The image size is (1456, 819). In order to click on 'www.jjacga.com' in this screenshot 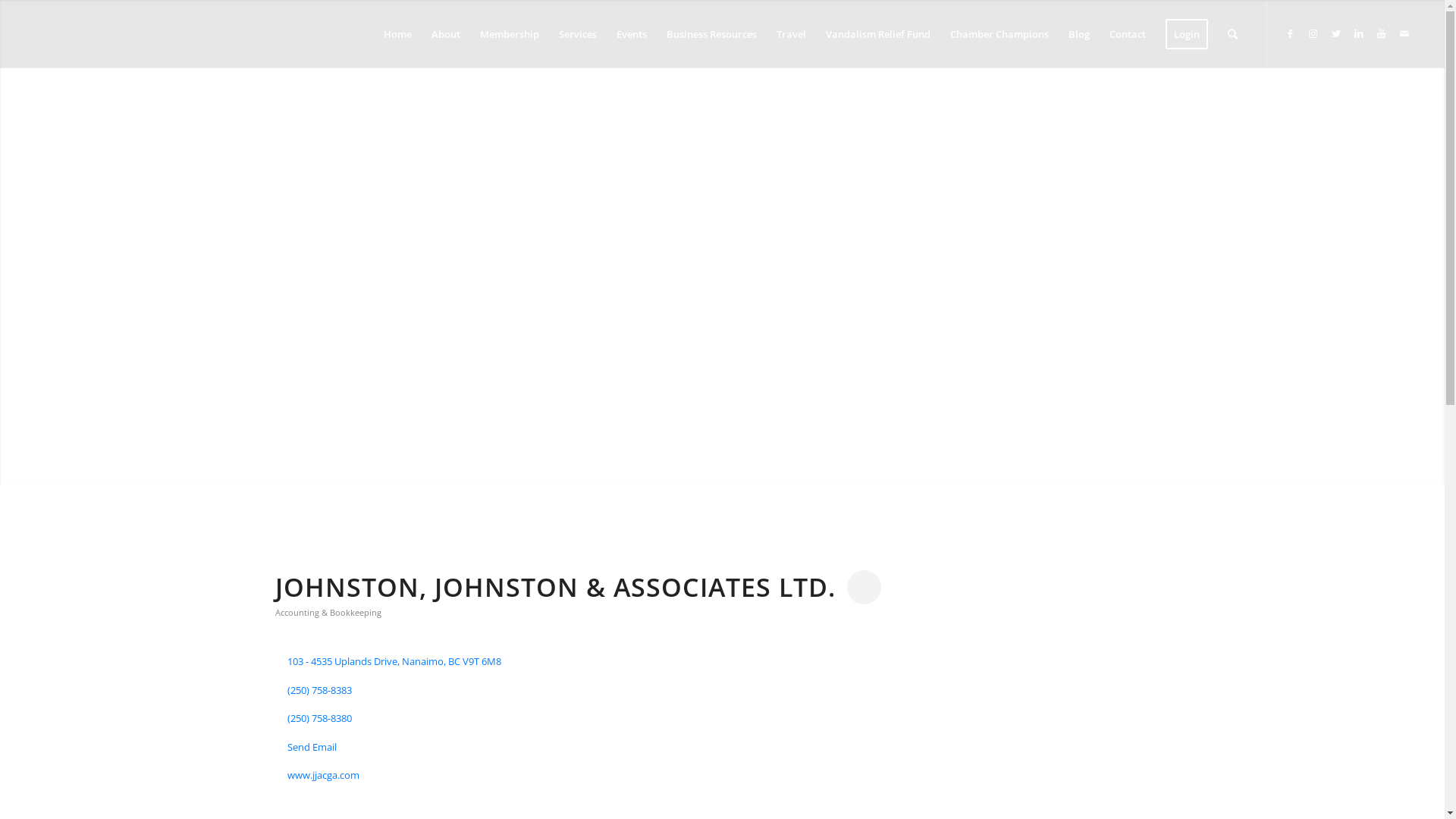, I will do `click(287, 775)`.